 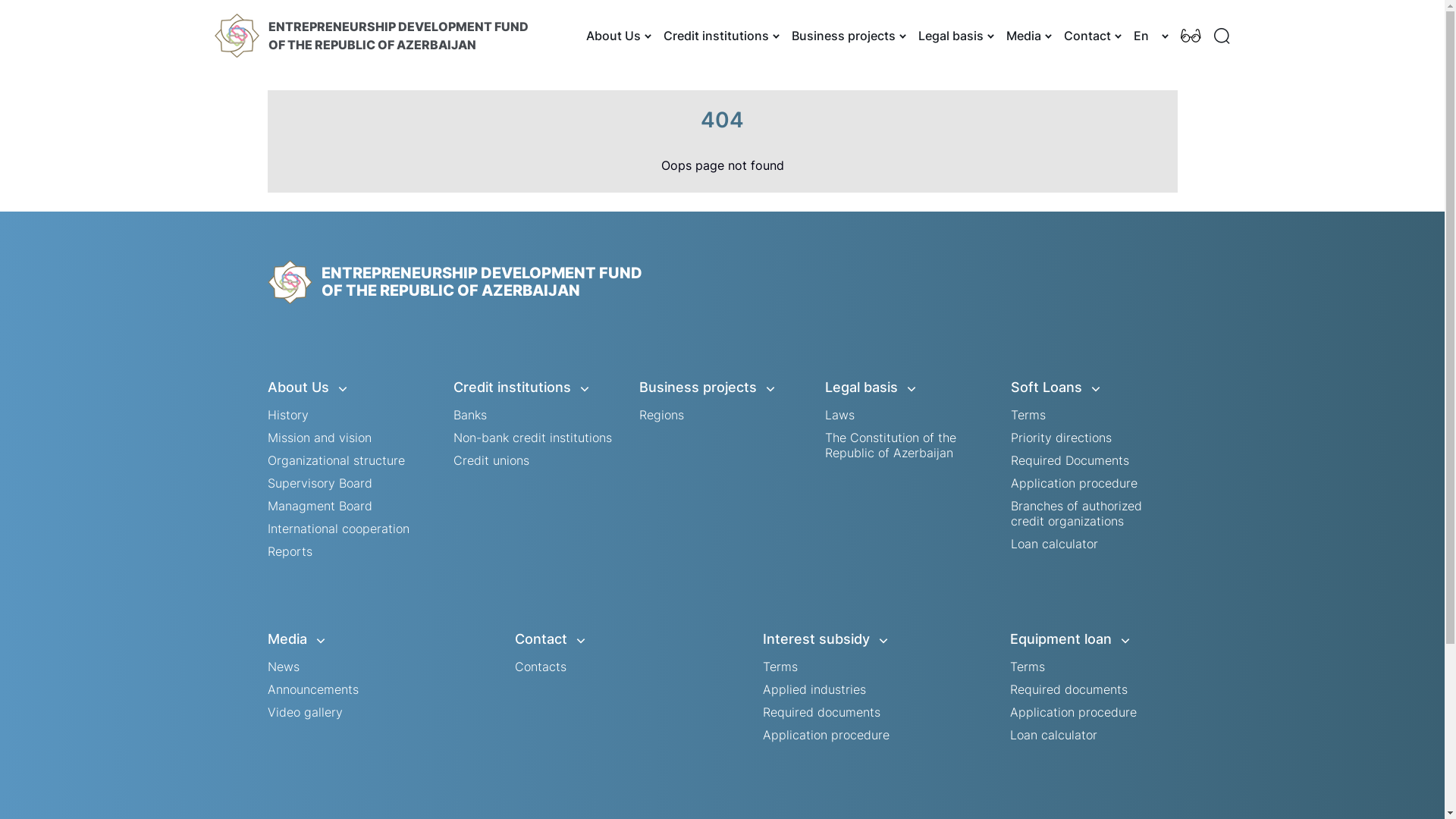 What do you see at coordinates (334, 459) in the screenshot?
I see `'Organizational structure'` at bounding box center [334, 459].